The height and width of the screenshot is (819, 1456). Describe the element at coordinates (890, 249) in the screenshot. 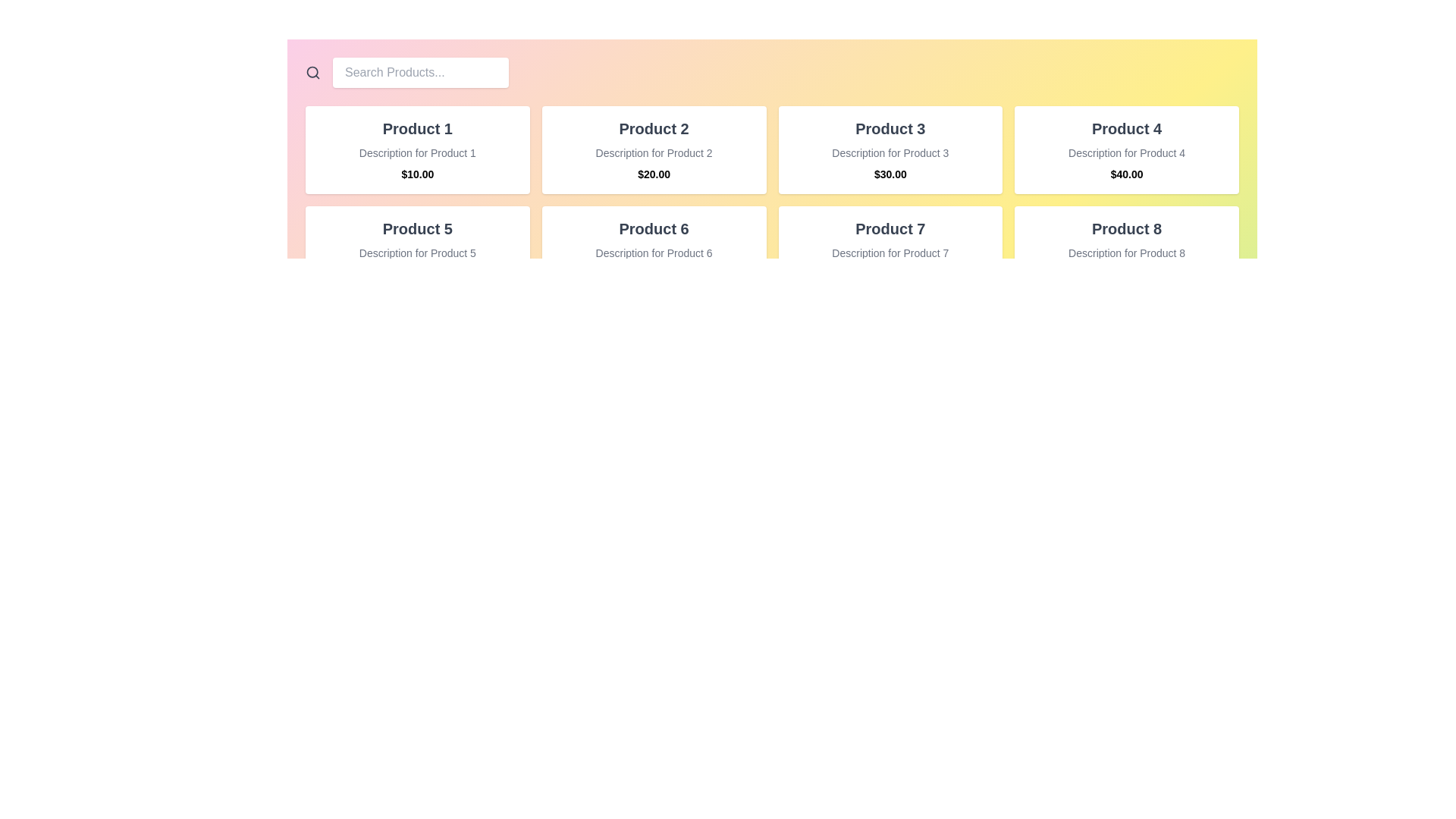

I see `text contained in the Information card titled 'Product 7' which includes the description 'Description for Product 7' and the price '$70.00'` at that location.